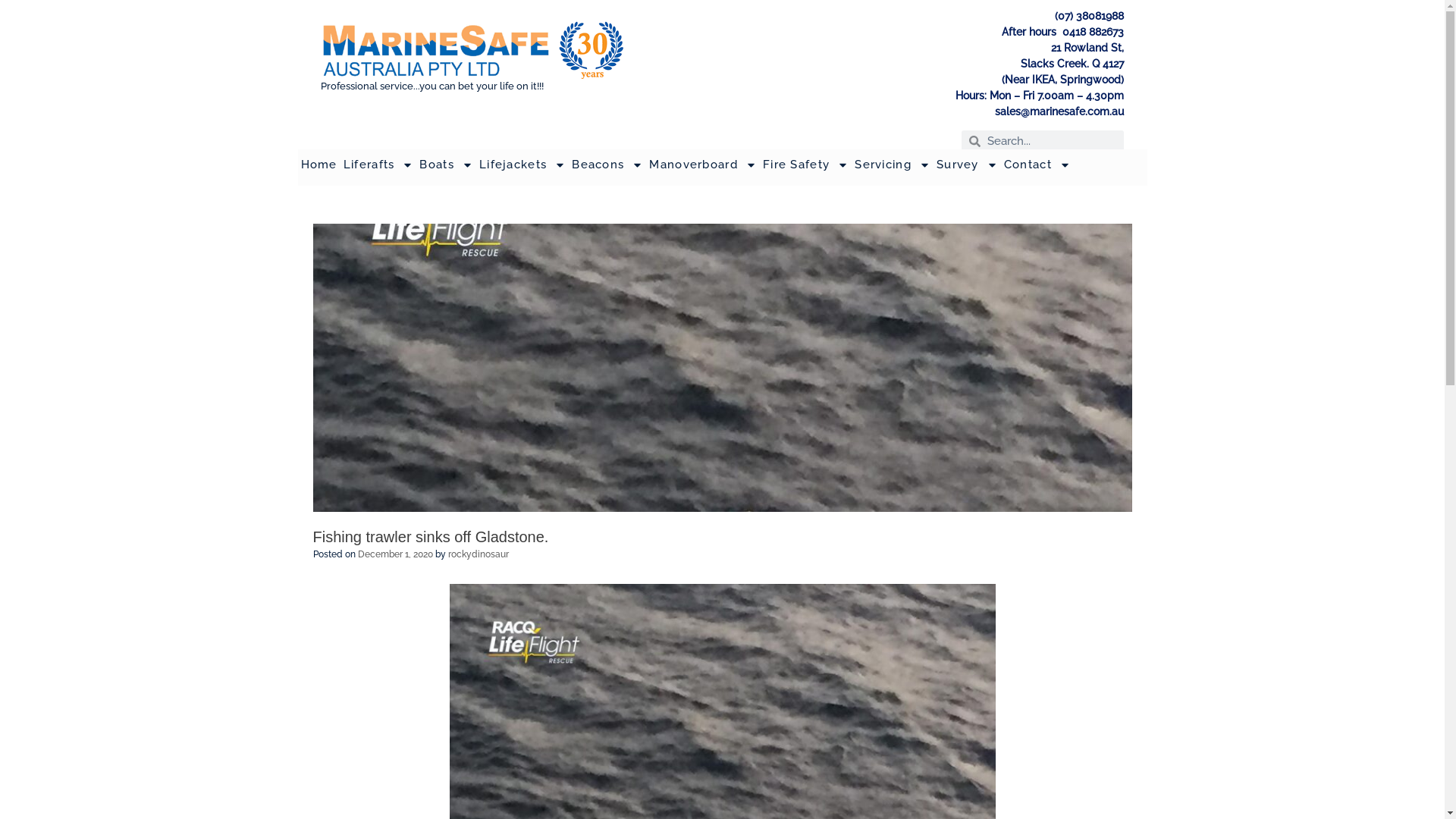  What do you see at coordinates (378, 165) in the screenshot?
I see `'Liferafts'` at bounding box center [378, 165].